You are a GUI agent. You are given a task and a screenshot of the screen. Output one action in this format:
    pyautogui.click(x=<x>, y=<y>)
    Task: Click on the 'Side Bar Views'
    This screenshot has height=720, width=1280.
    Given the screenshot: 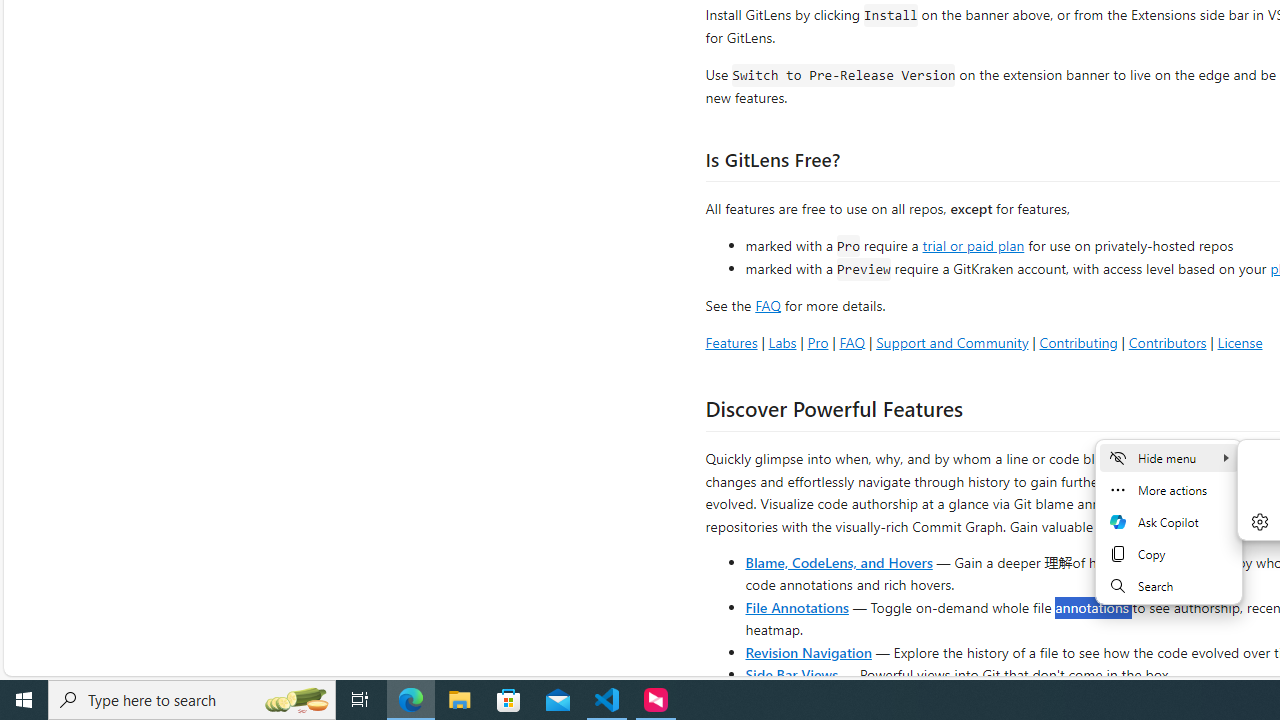 What is the action you would take?
    pyautogui.click(x=790, y=673)
    